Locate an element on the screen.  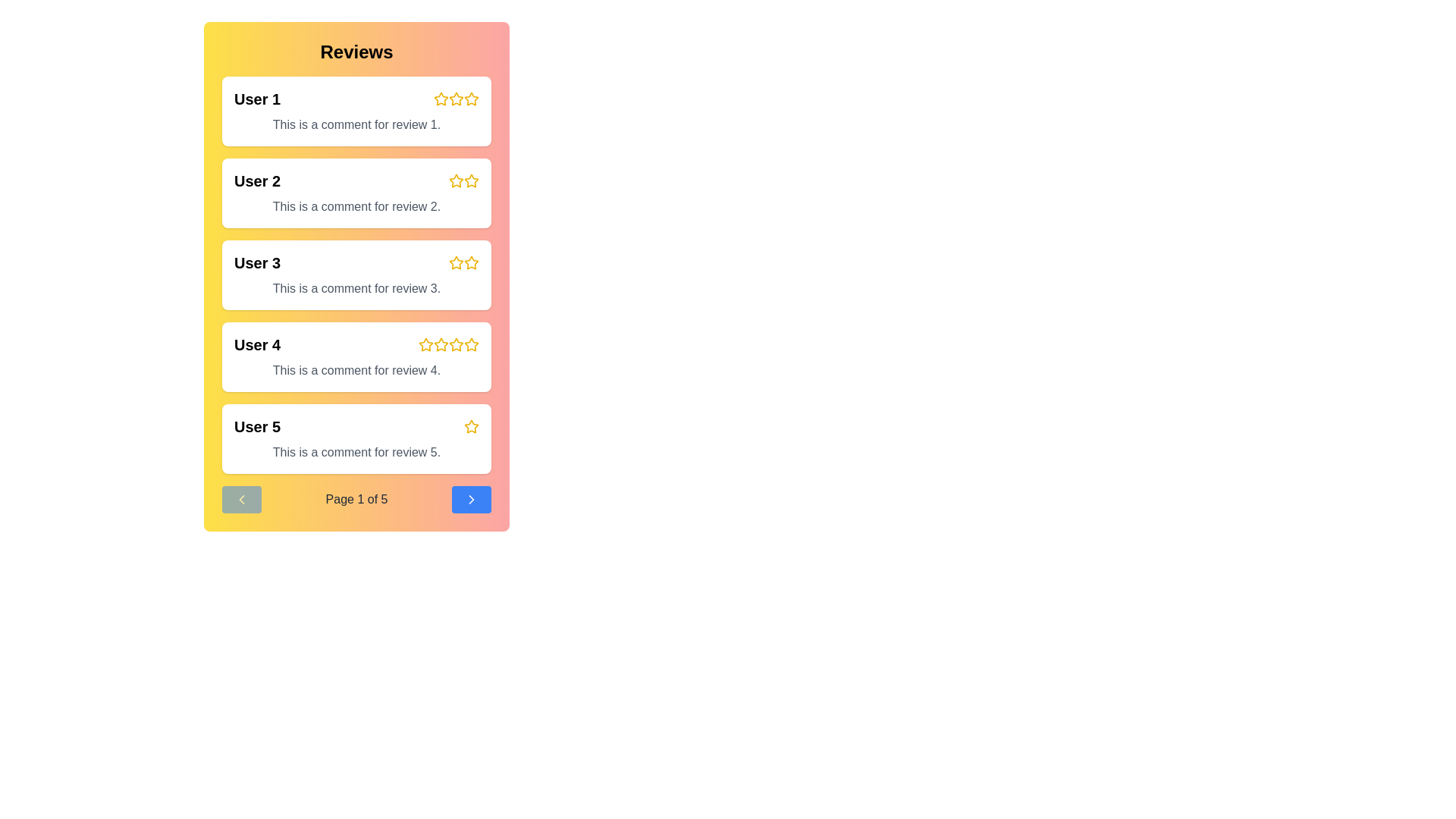
the third star in the five-star rating system within the 'User 1' review card is located at coordinates (455, 99).